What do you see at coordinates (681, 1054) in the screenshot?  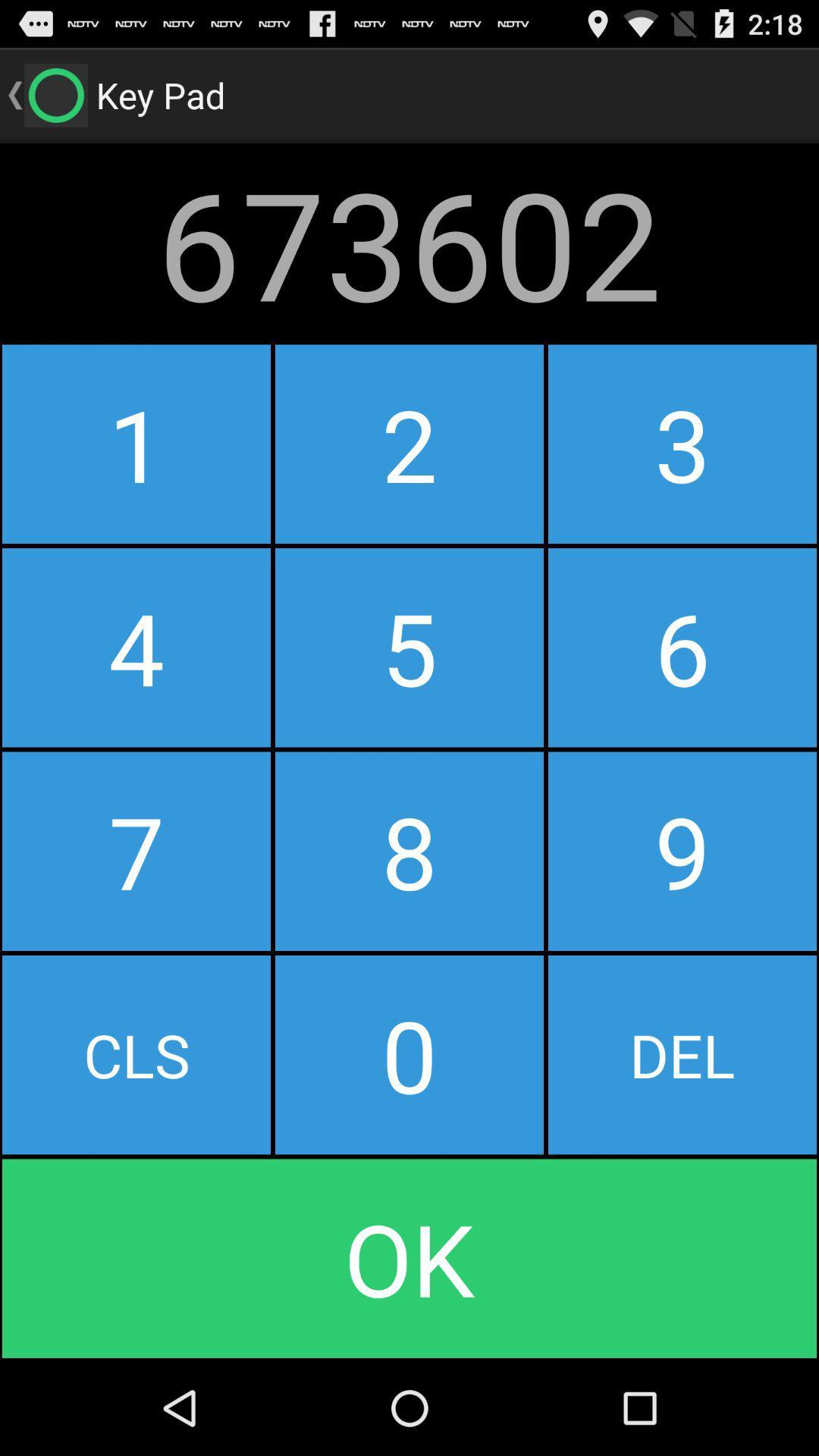 I see `the del button` at bounding box center [681, 1054].